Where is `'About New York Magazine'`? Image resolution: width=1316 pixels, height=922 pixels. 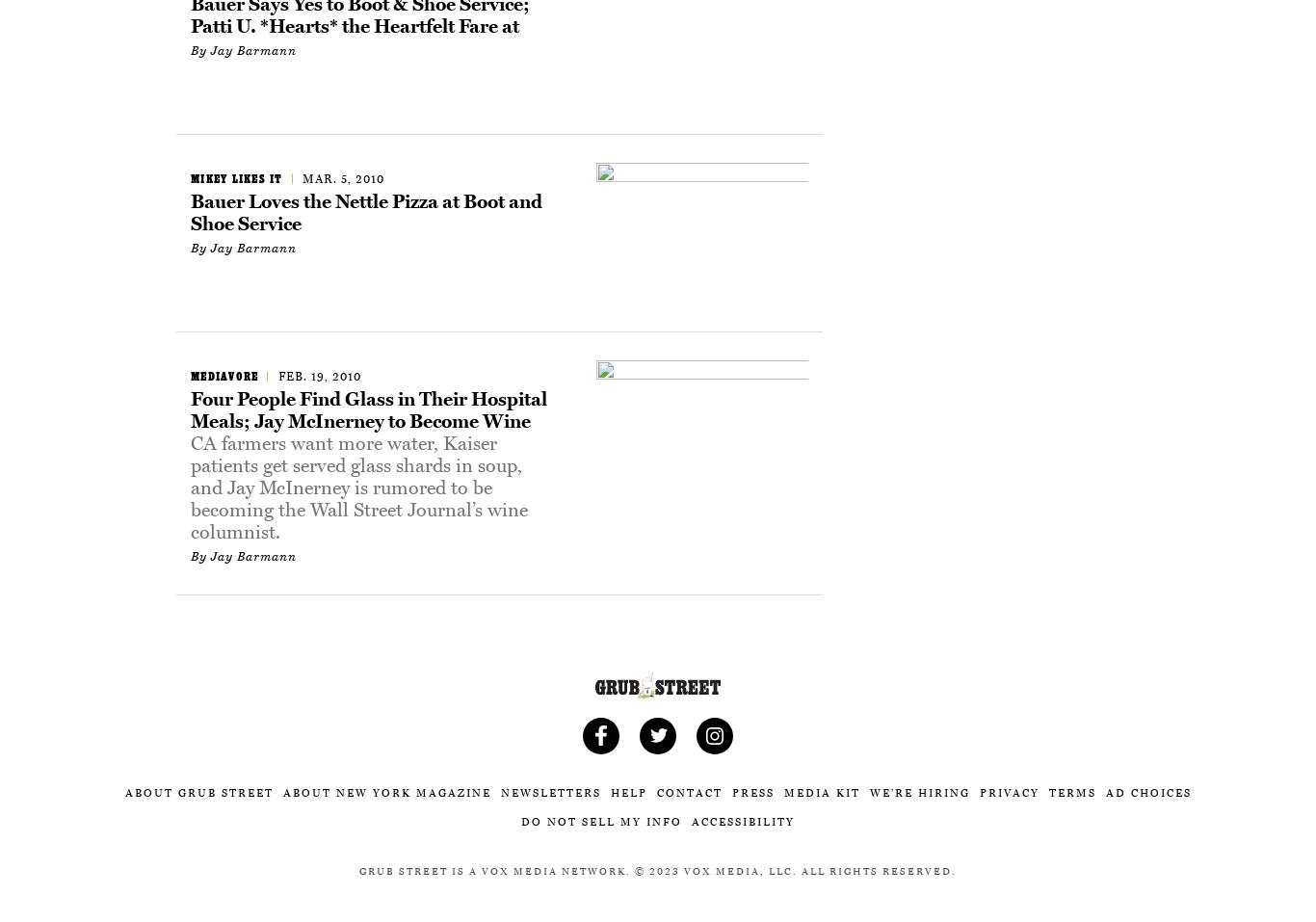 'About New York Magazine' is located at coordinates (282, 792).